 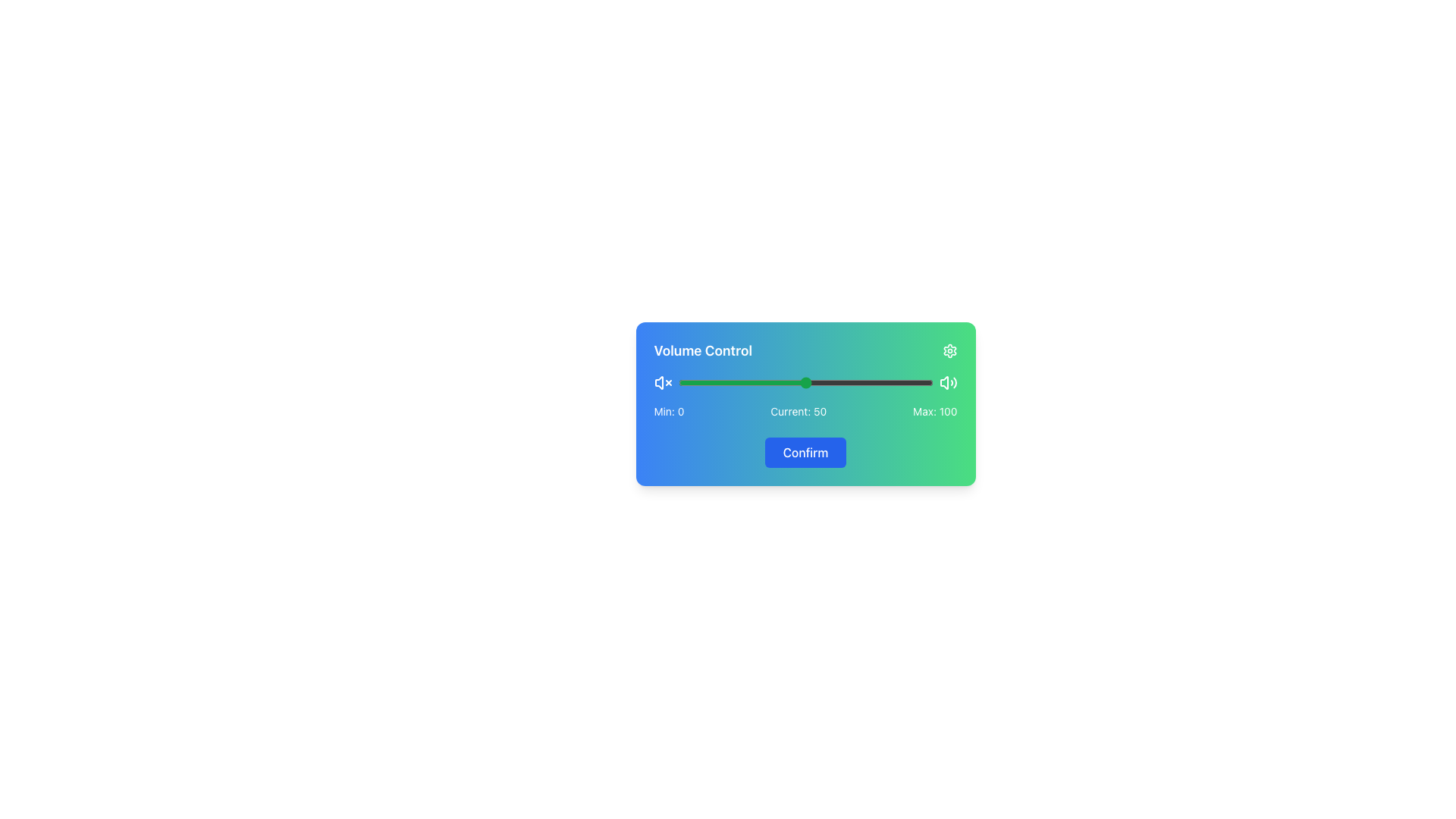 I want to click on the volume slider, so click(x=690, y=382).